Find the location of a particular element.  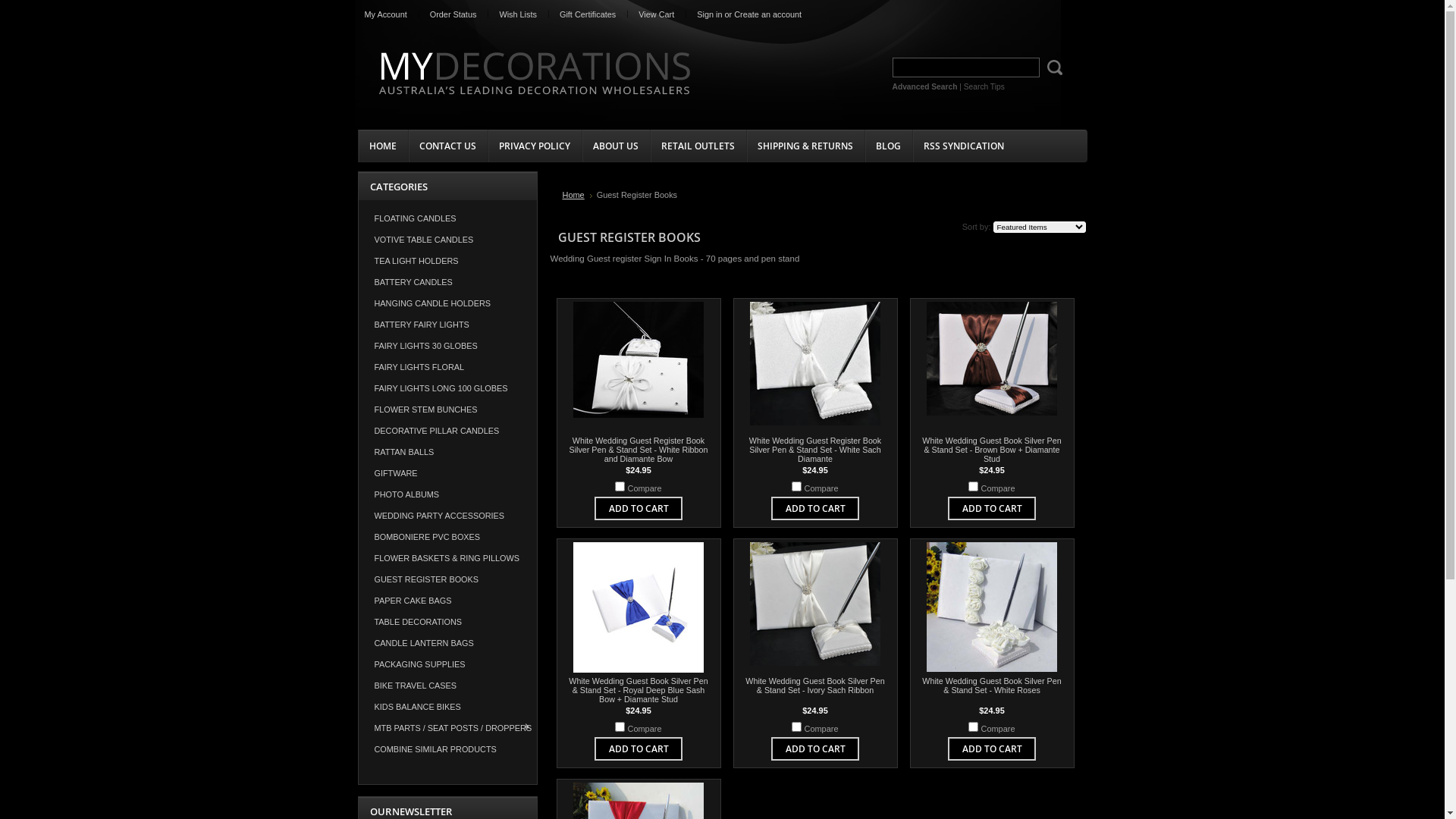

'View Cart' is located at coordinates (656, 14).